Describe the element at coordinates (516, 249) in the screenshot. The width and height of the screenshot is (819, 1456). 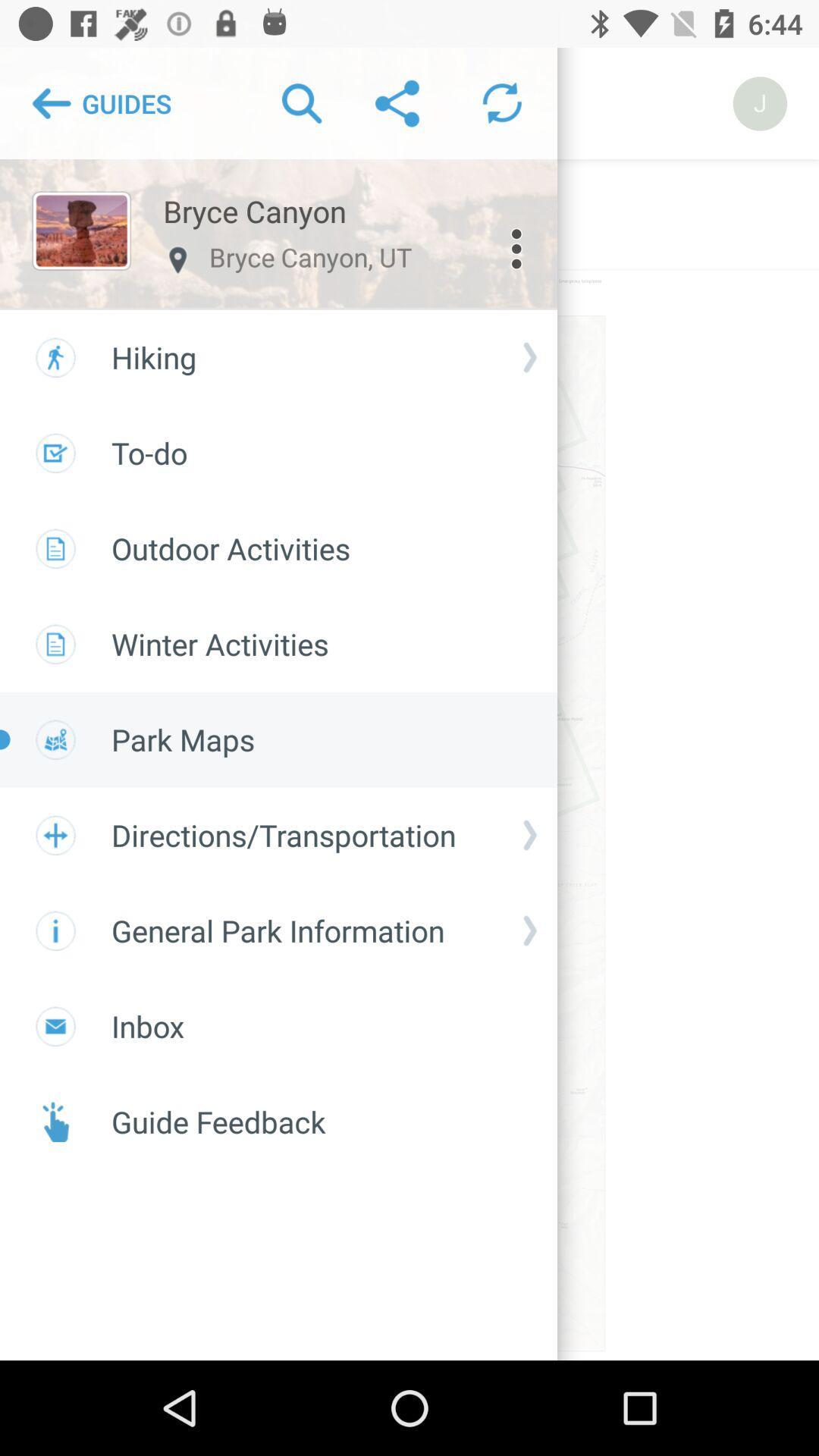
I see `the more icon` at that location.